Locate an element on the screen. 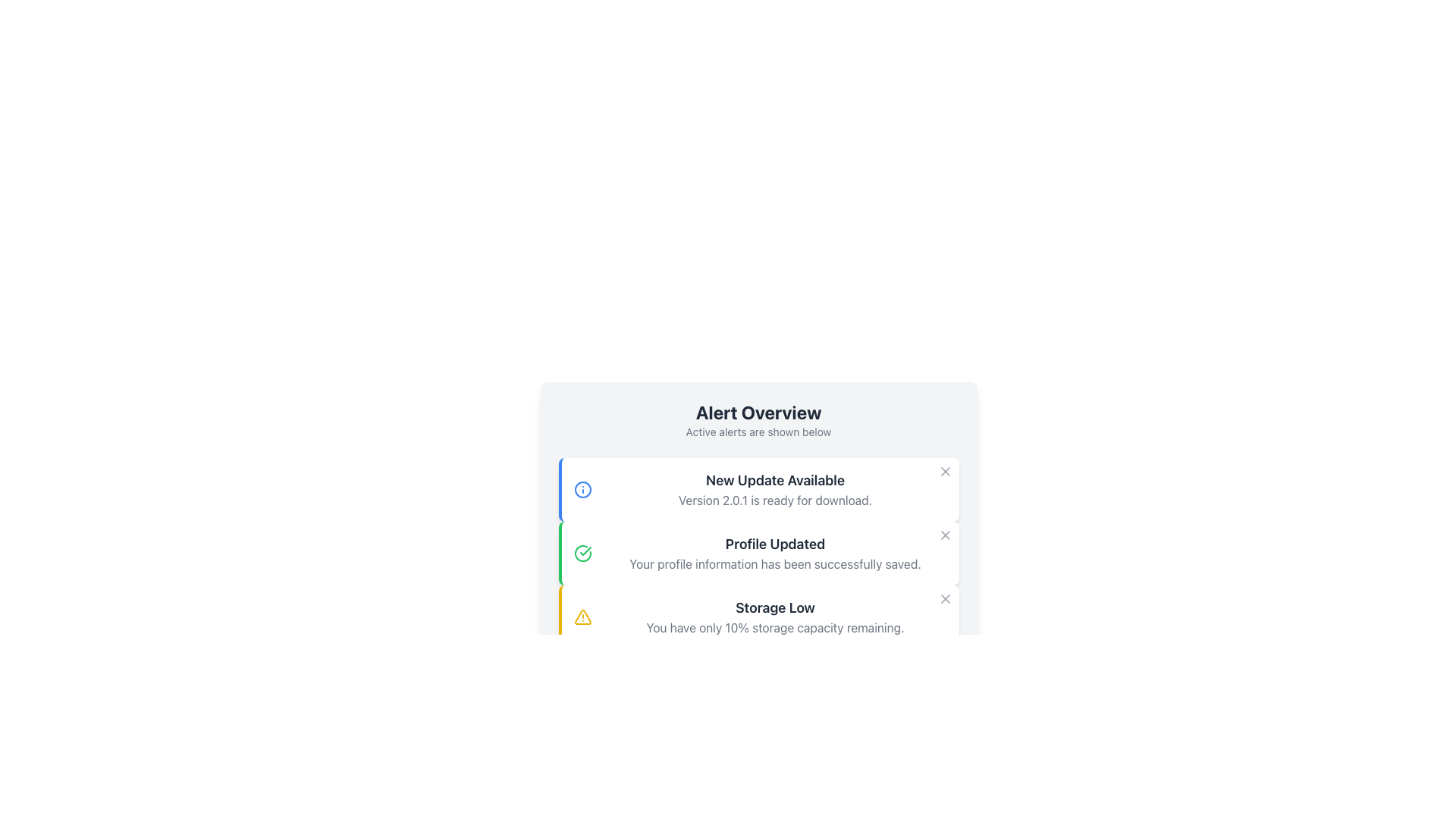  the Close Button, which is a small, circular button with a gray 'X' icon located at the top-right corner of the notification card displaying a warning about low storage is located at coordinates (944, 598).